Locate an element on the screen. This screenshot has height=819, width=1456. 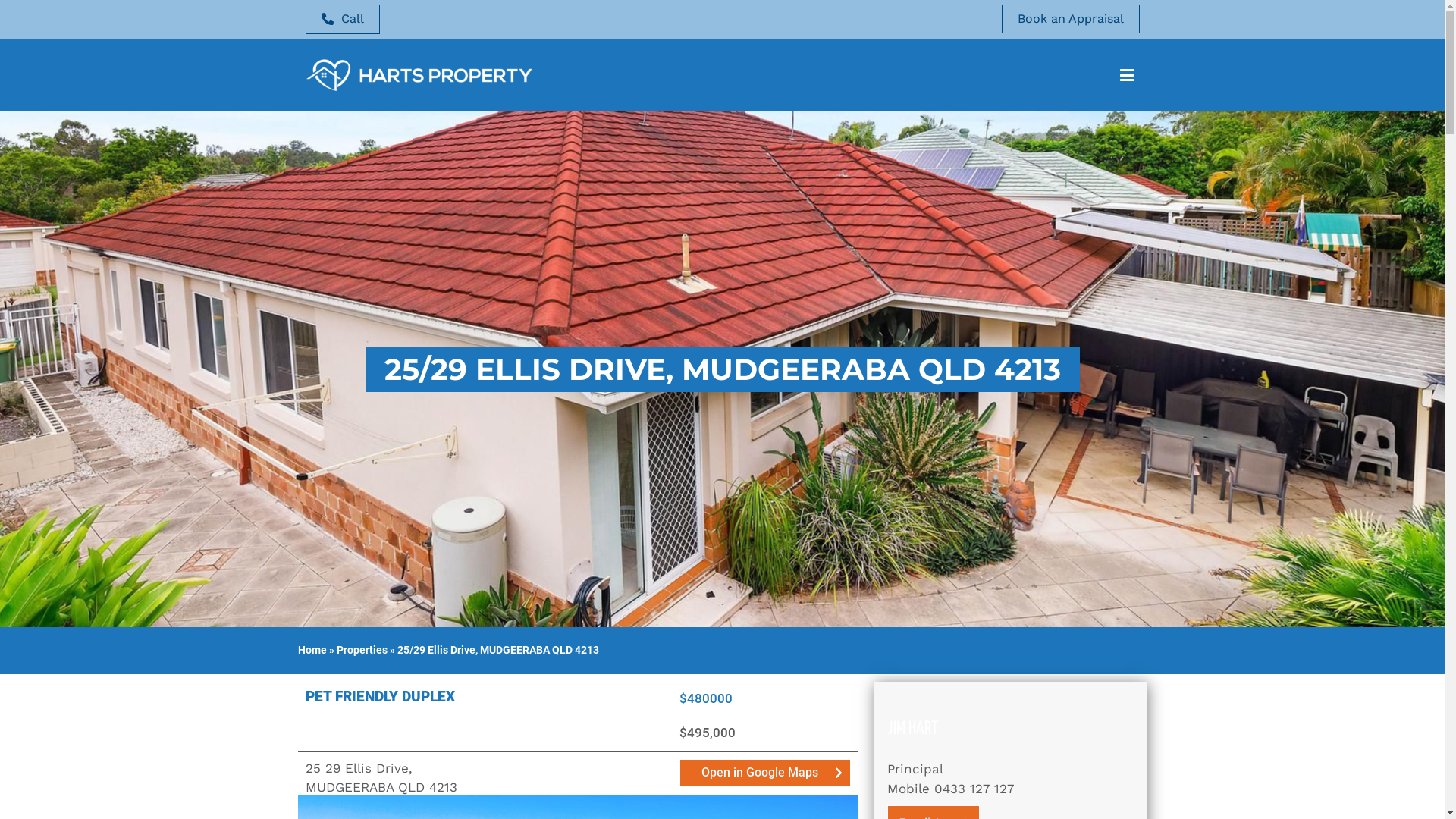
'Home' is located at coordinates (311, 649).